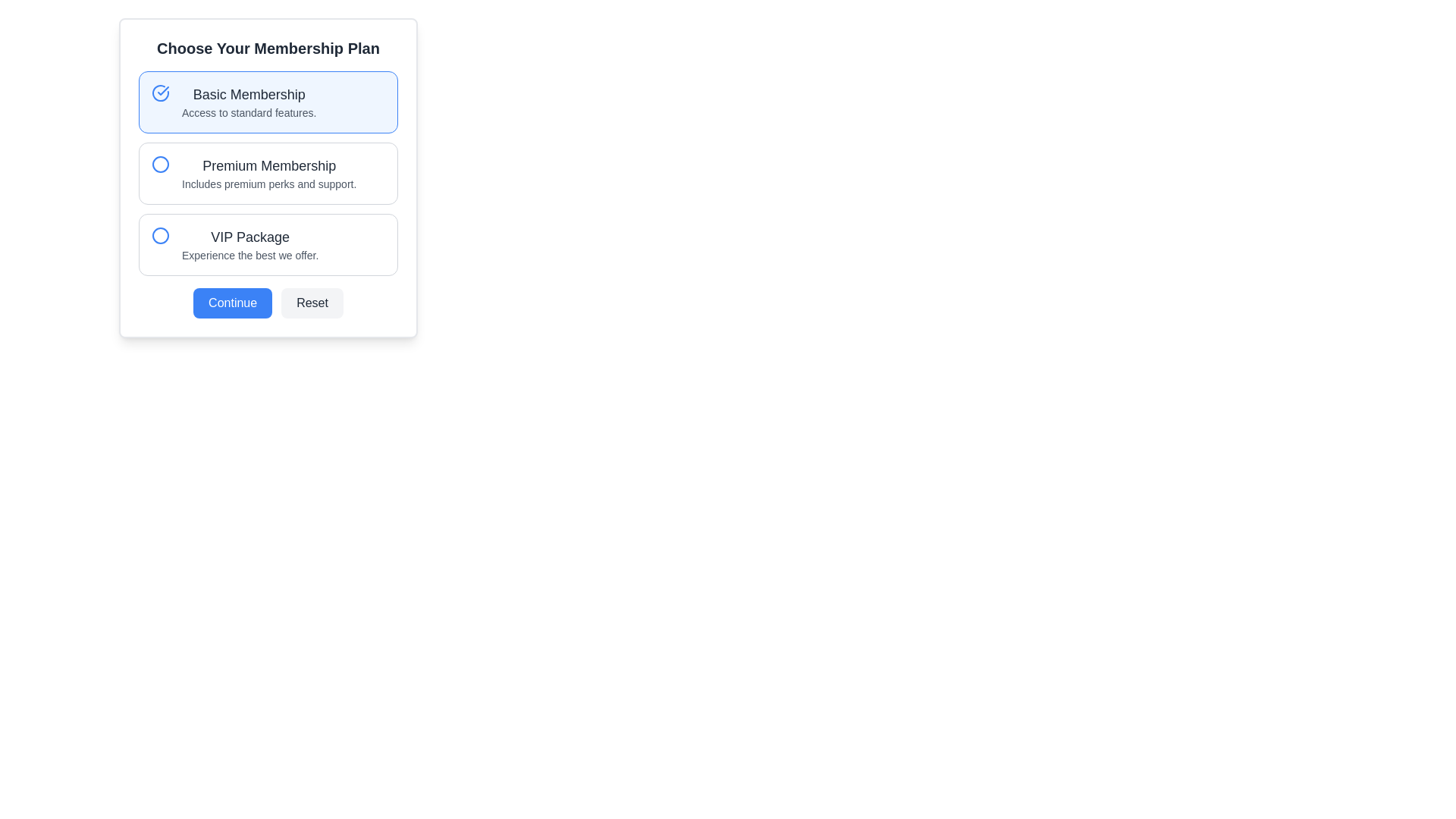  What do you see at coordinates (269, 172) in the screenshot?
I see `the radio button option for the premium membership plan` at bounding box center [269, 172].